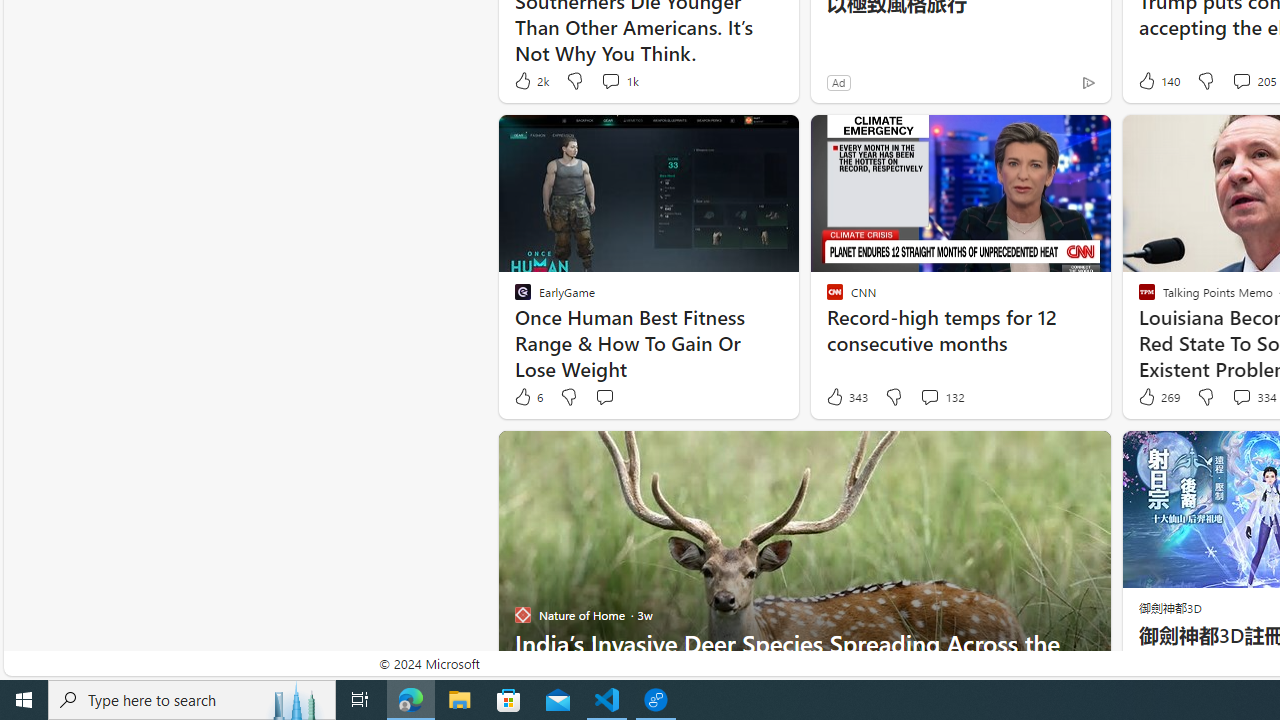  What do you see at coordinates (928, 397) in the screenshot?
I see `'View comments 132 Comment'` at bounding box center [928, 397].